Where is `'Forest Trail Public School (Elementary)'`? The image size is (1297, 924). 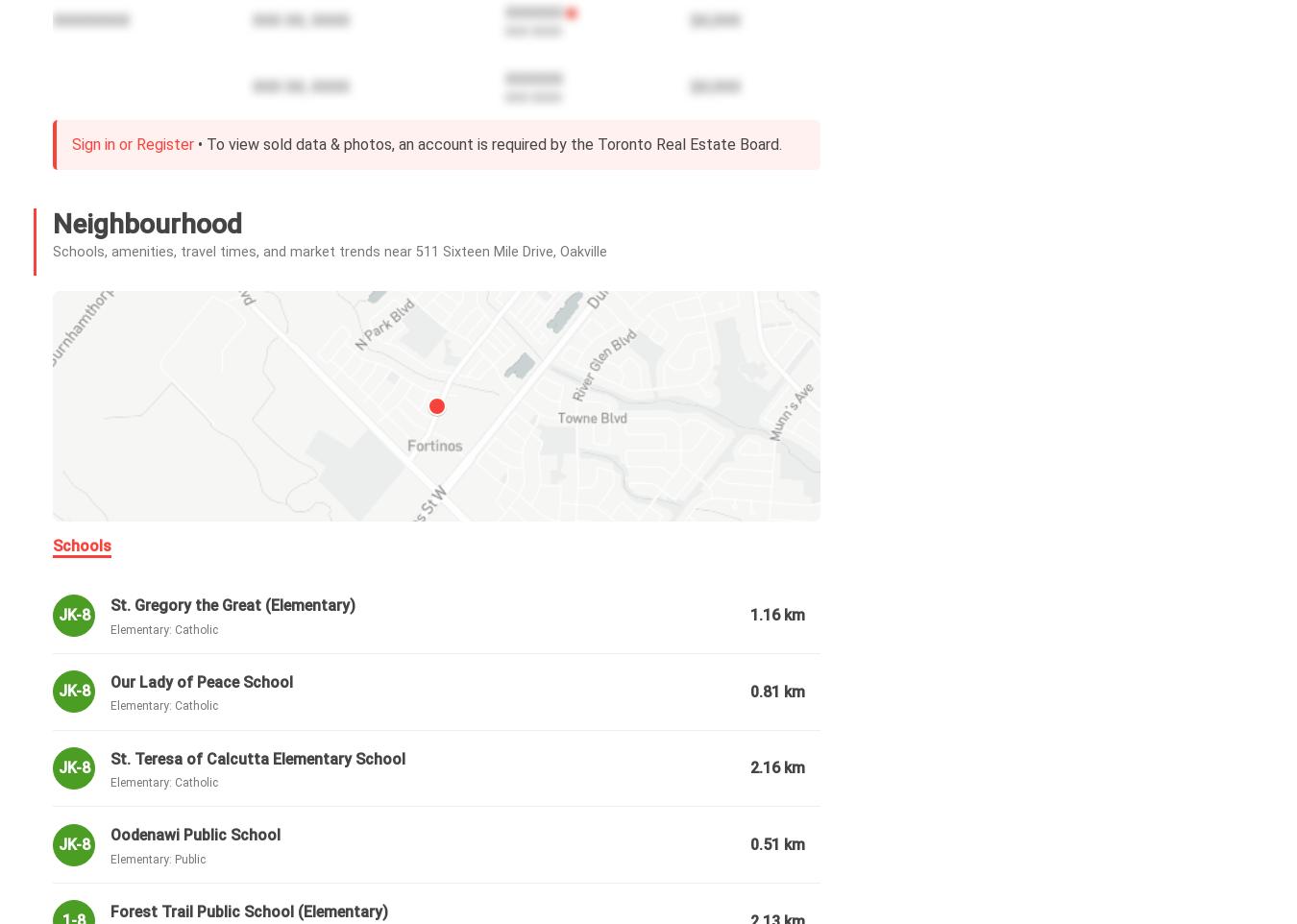 'Forest Trail Public School (Elementary)' is located at coordinates (248, 912).